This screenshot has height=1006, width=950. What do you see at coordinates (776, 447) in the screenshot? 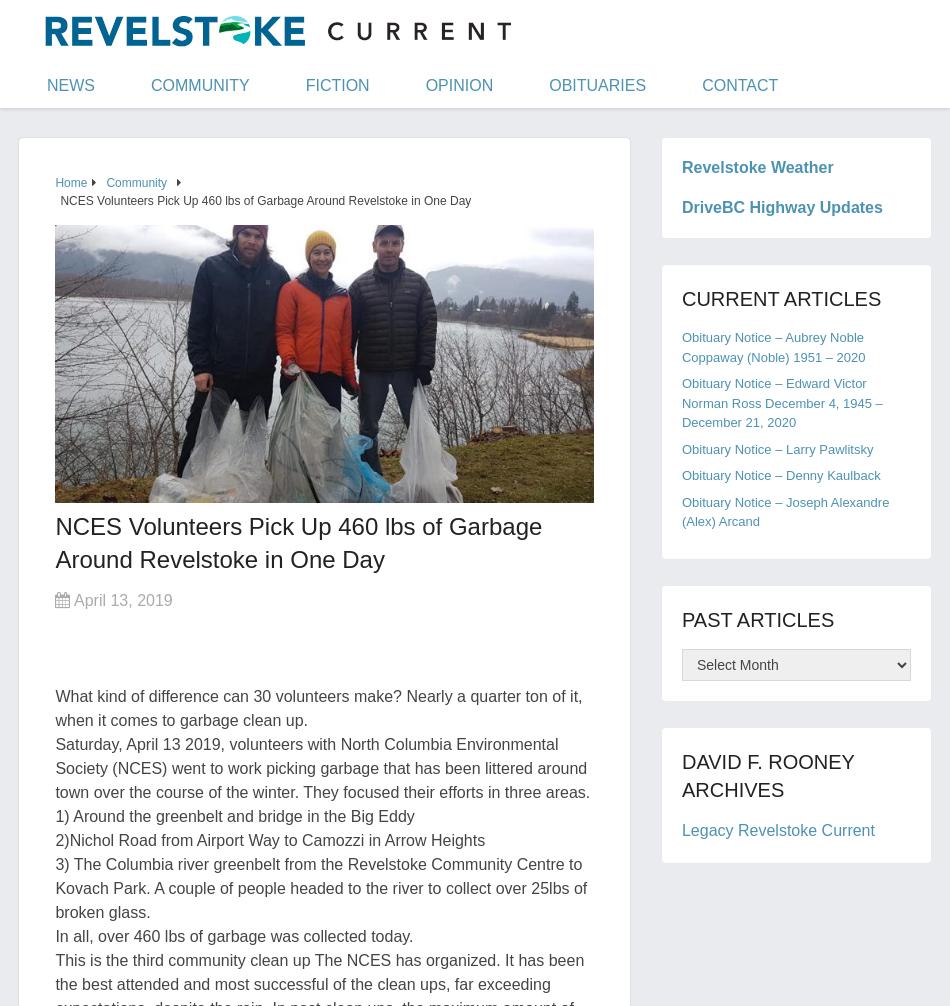
I see `'Obituary Notice – Larry Pawlitsky'` at bounding box center [776, 447].